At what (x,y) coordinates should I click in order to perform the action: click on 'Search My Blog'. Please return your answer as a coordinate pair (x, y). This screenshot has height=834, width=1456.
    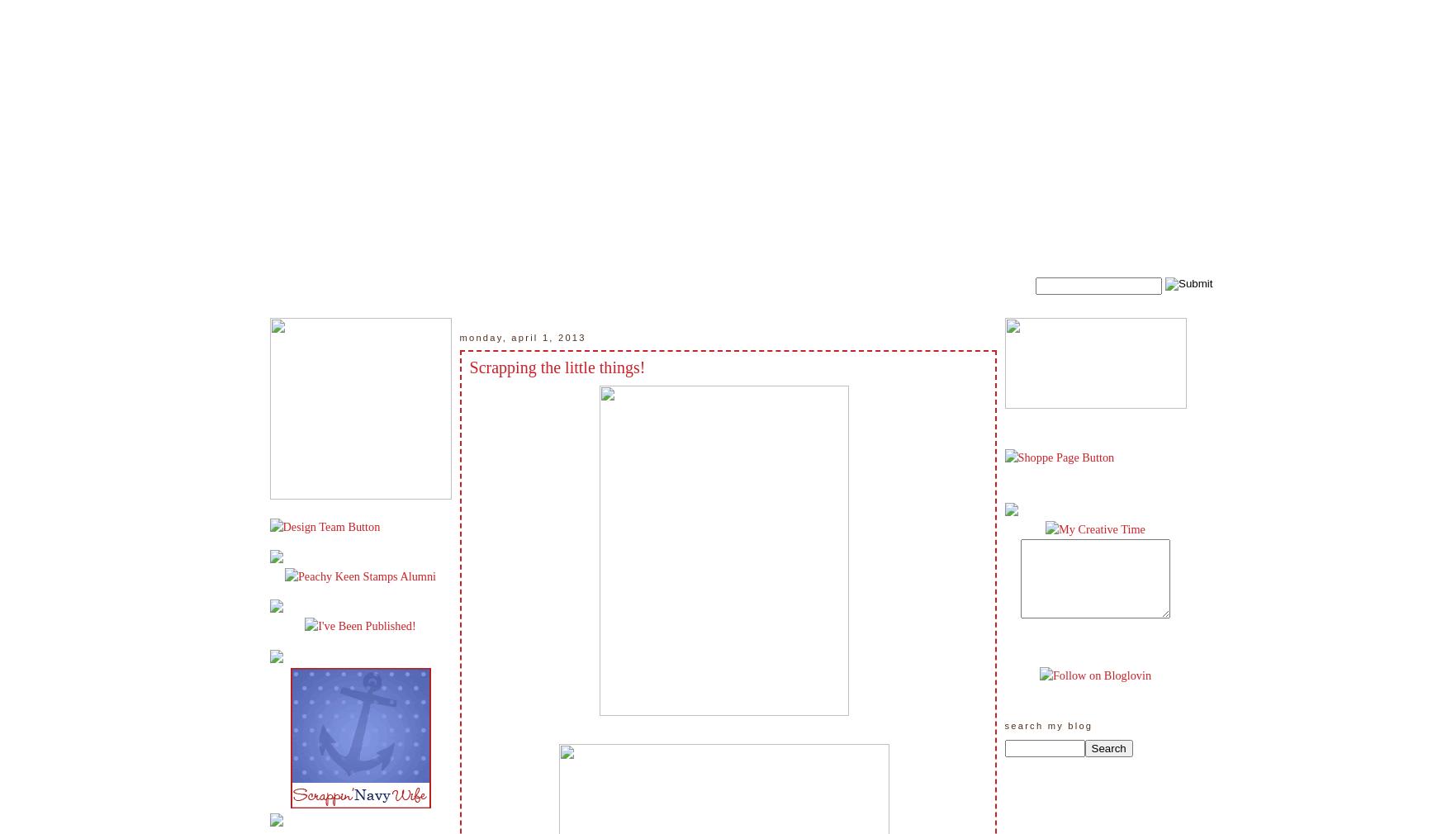
    Looking at the image, I should click on (1047, 726).